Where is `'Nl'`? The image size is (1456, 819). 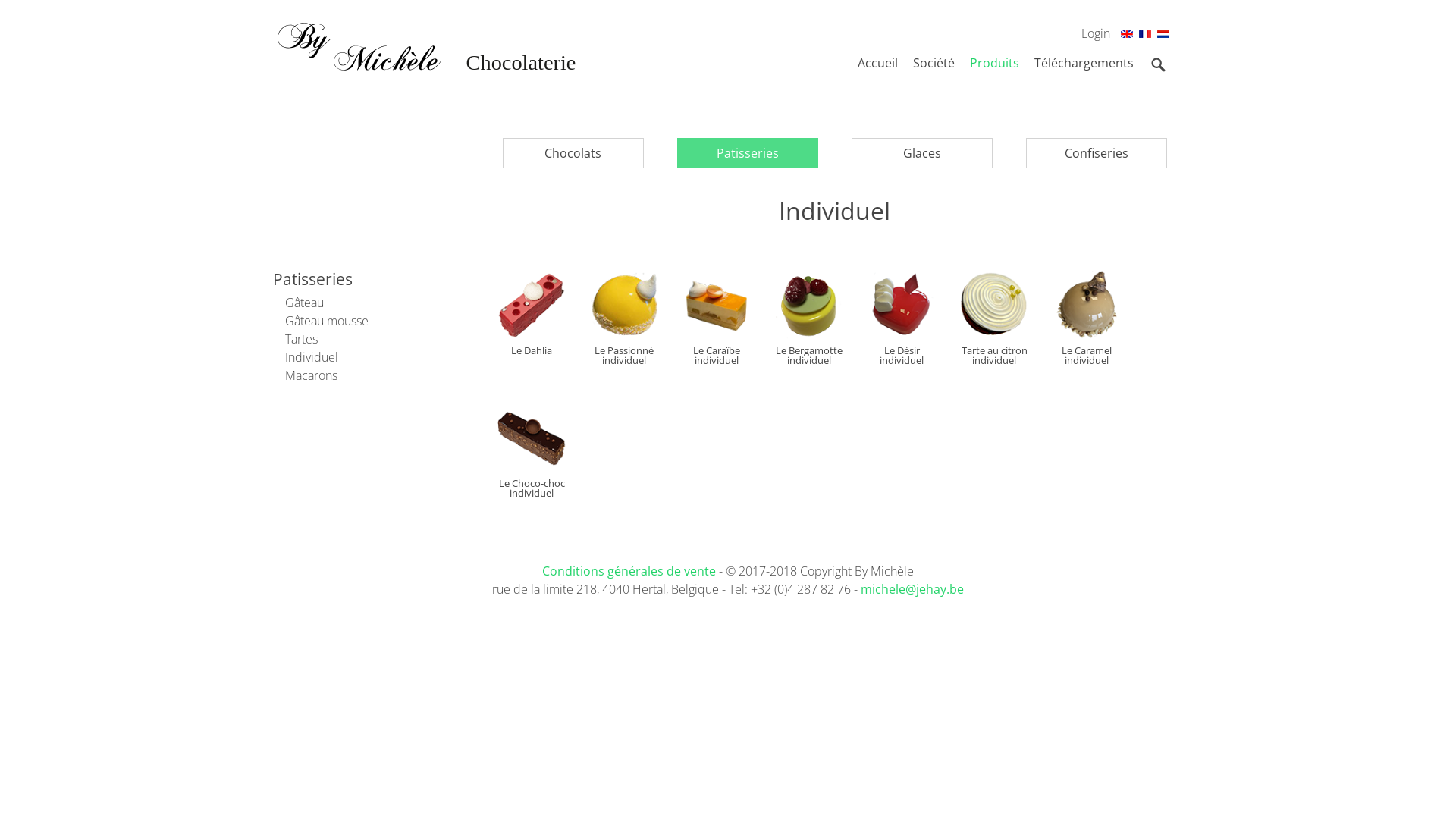 'Nl' is located at coordinates (1163, 35).